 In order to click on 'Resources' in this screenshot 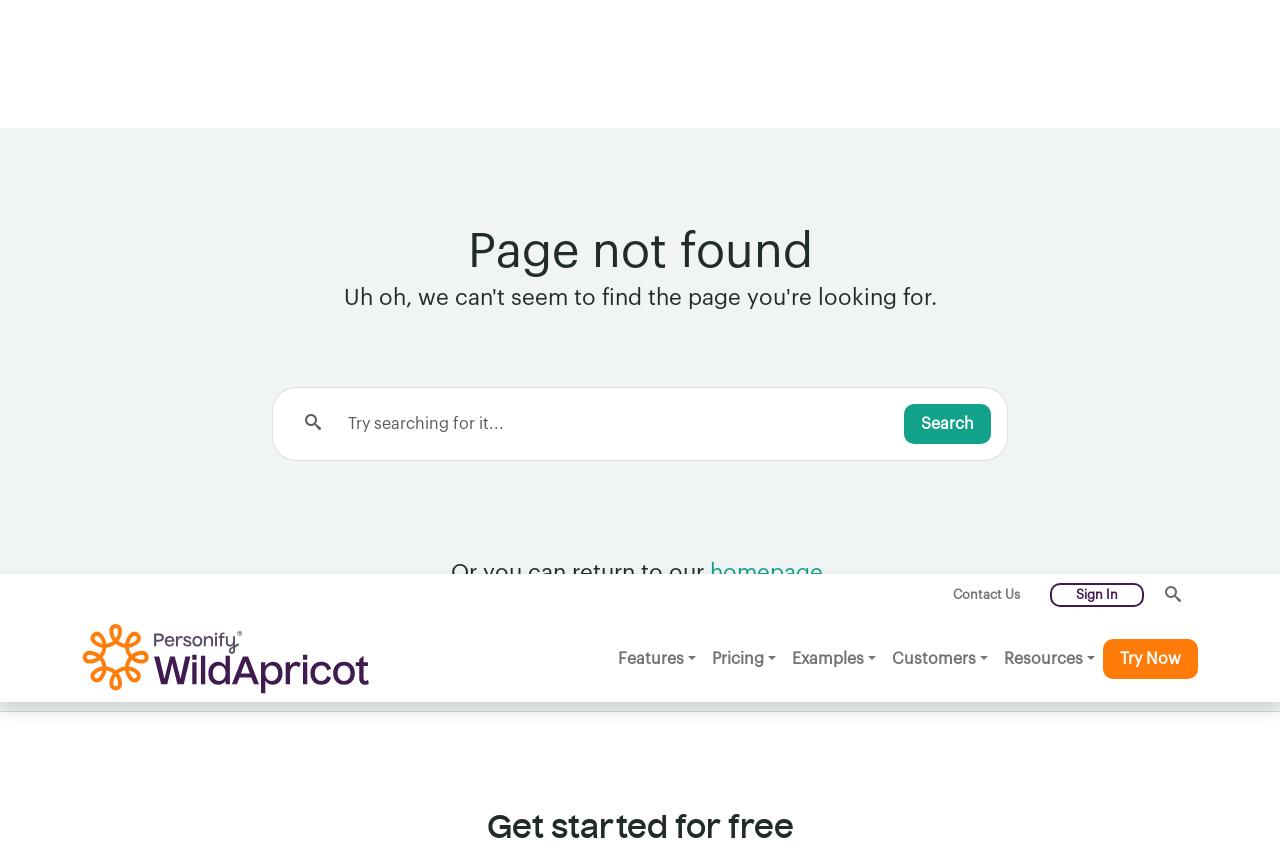, I will do `click(1041, 55)`.